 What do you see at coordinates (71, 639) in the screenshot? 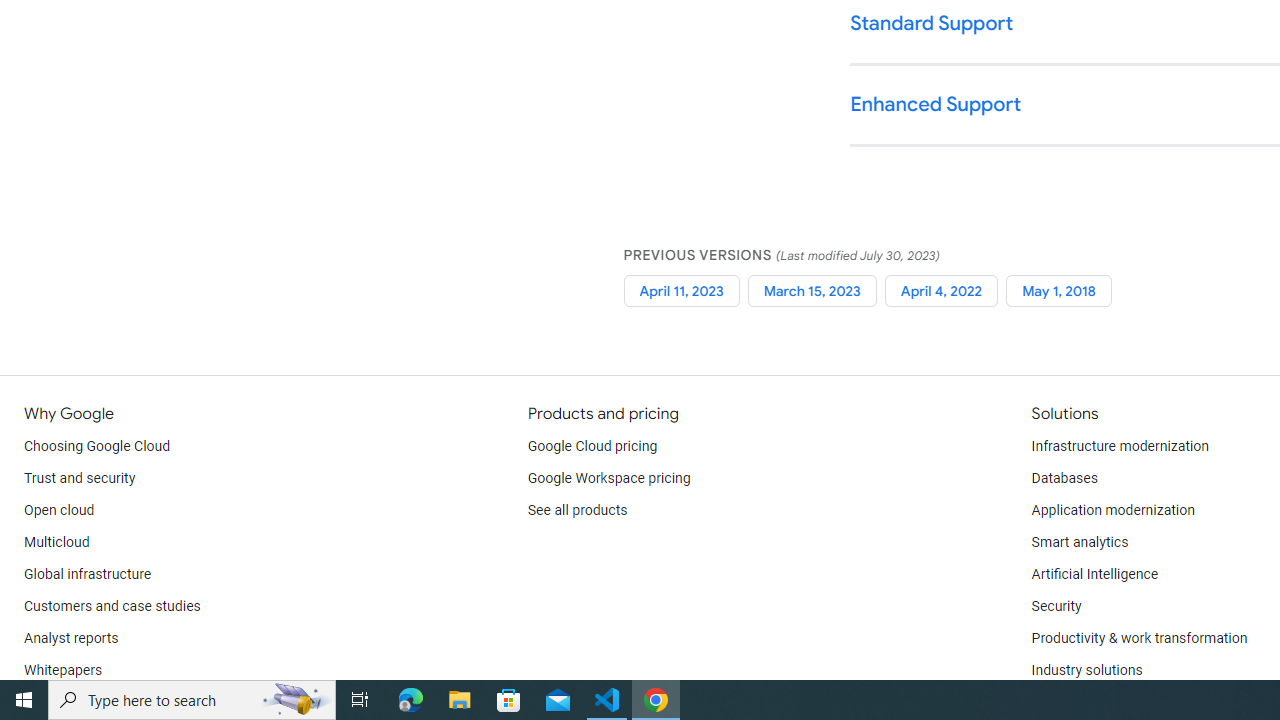
I see `'Analyst reports'` at bounding box center [71, 639].